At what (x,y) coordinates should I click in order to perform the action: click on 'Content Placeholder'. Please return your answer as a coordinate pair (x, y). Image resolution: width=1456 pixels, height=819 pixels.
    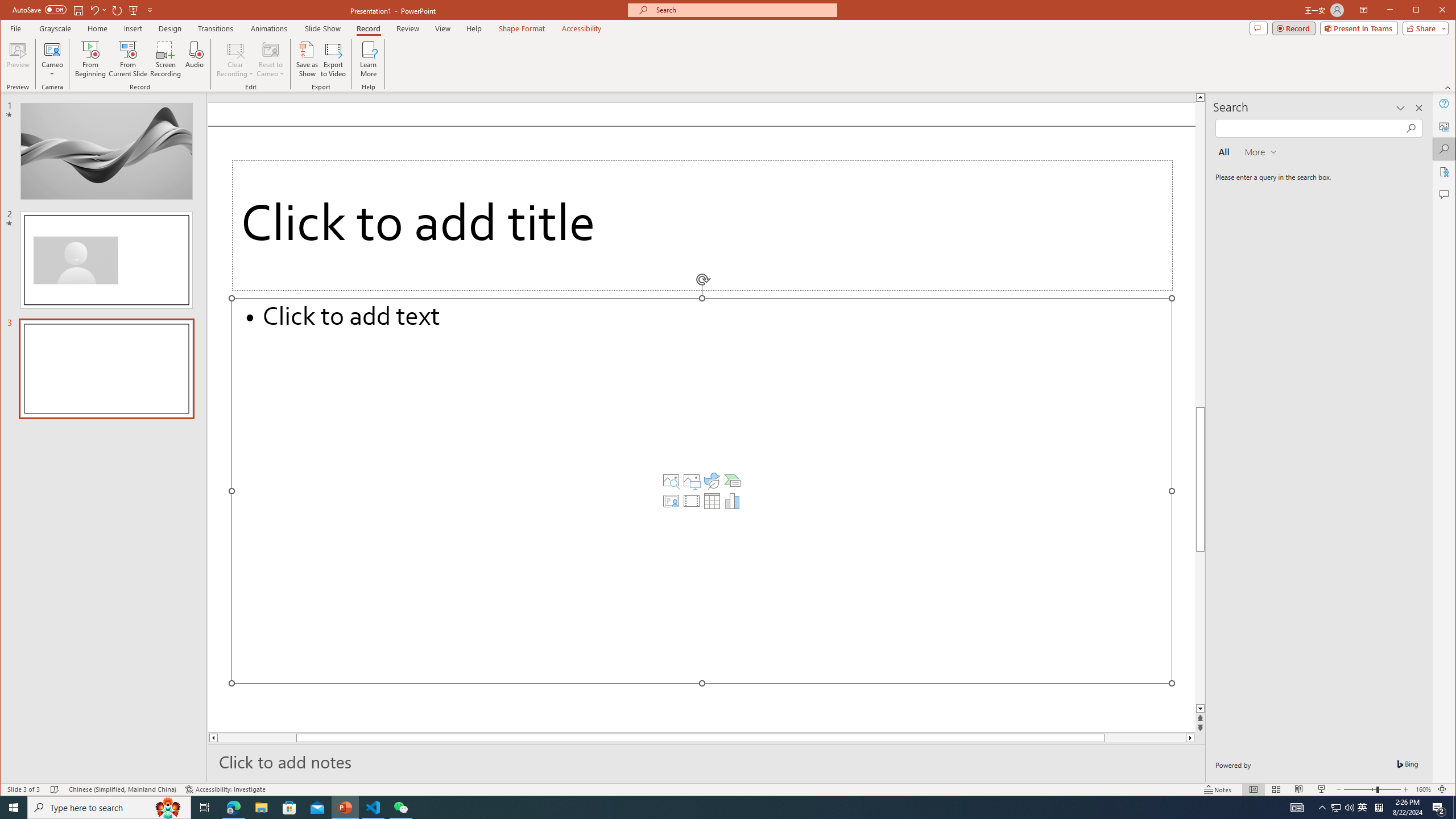
    Looking at the image, I should click on (701, 490).